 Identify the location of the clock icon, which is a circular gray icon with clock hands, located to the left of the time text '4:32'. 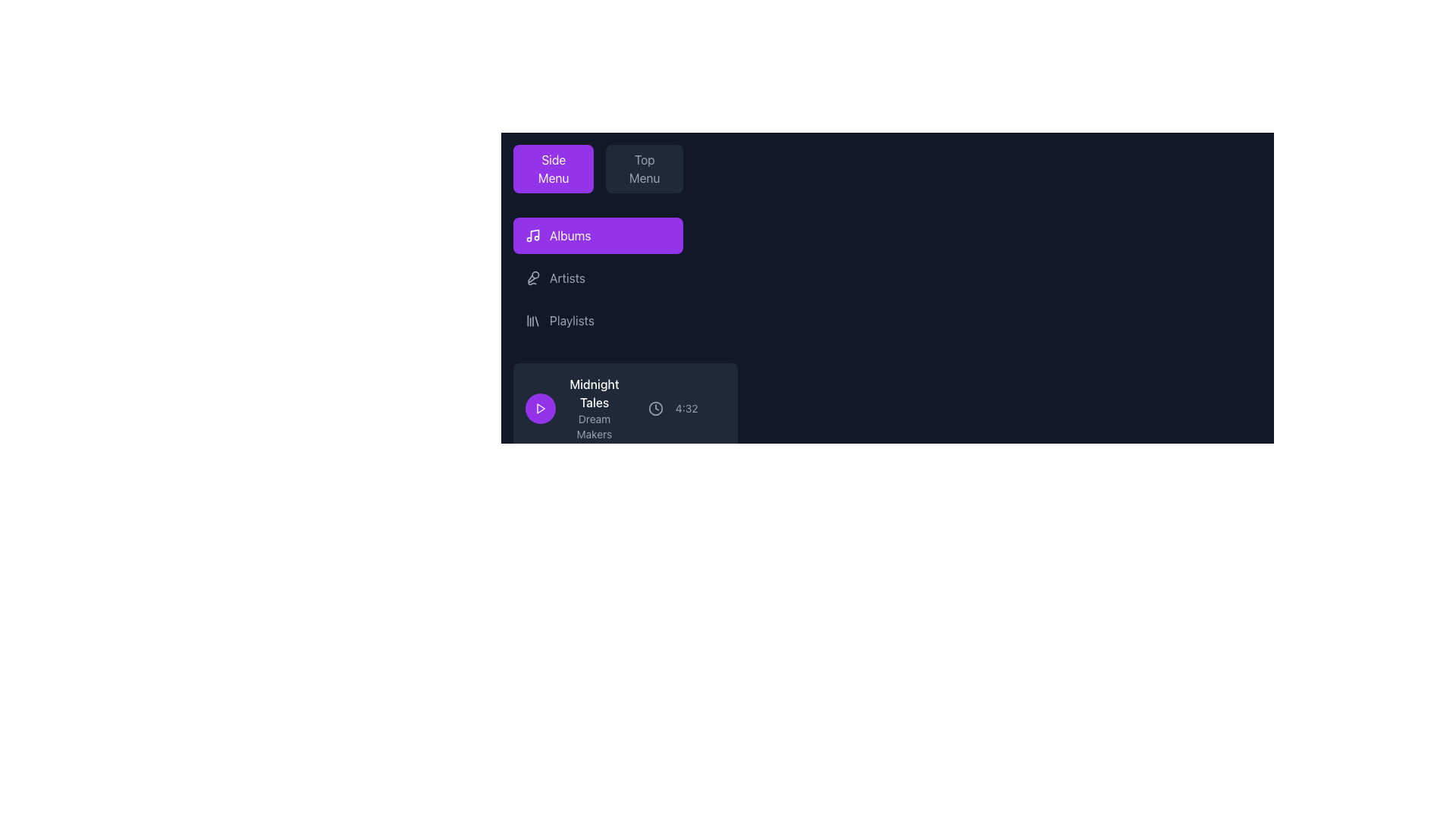
(655, 408).